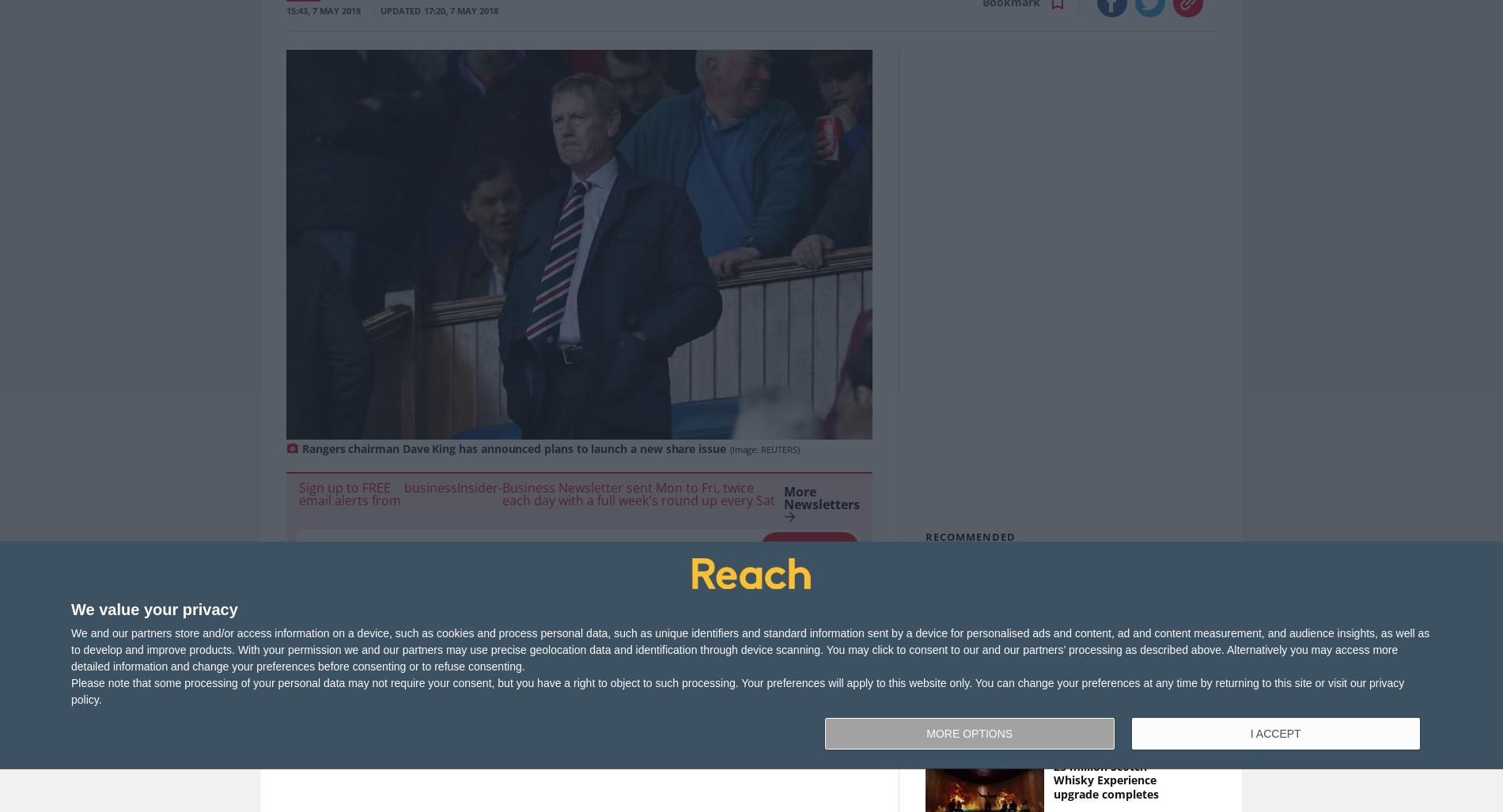 Image resolution: width=1503 pixels, height=812 pixels. I want to click on 'You can find this story in', so click(700, 685).